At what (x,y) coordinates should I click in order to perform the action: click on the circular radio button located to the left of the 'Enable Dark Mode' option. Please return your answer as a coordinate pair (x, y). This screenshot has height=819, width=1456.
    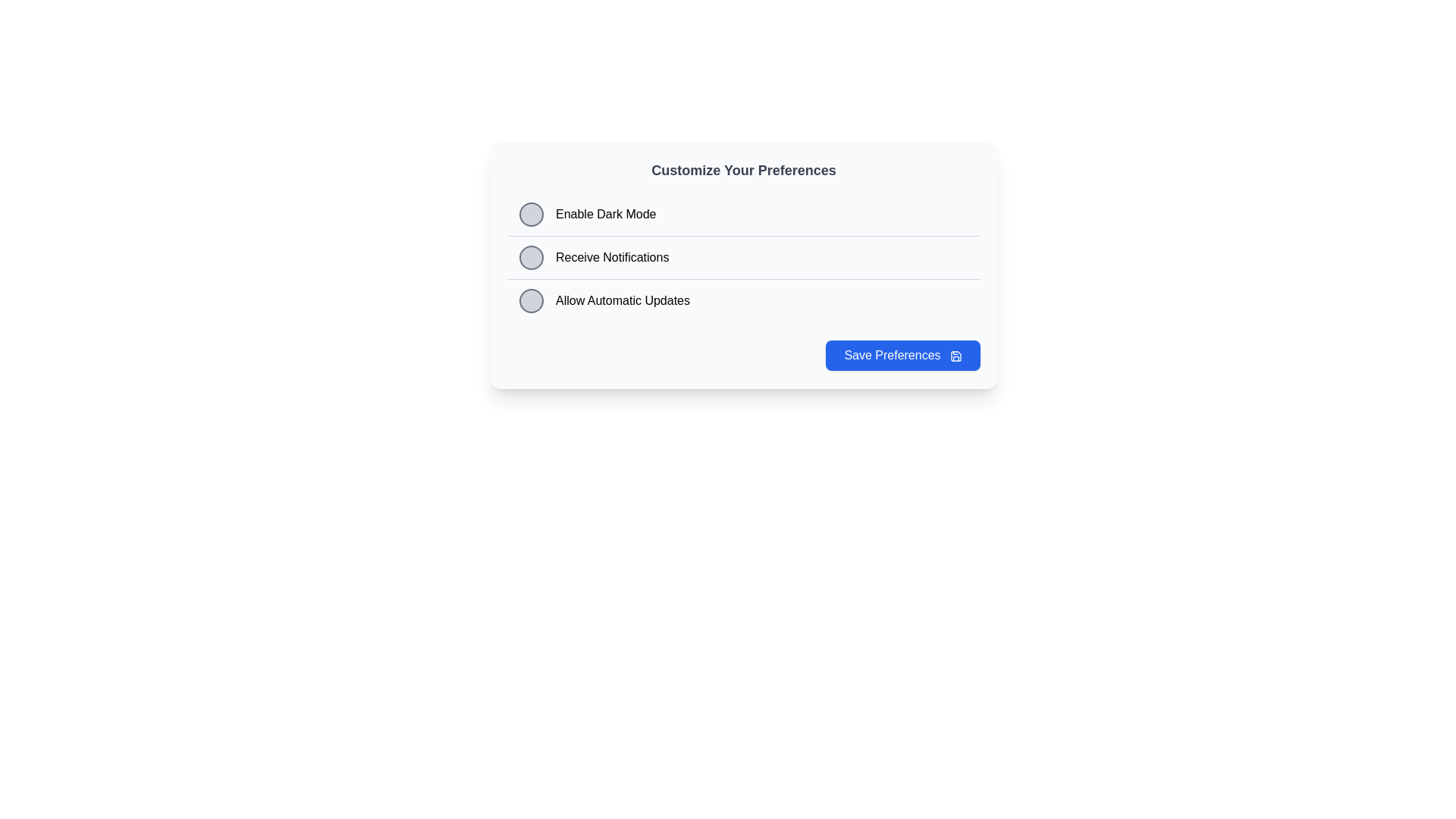
    Looking at the image, I should click on (531, 214).